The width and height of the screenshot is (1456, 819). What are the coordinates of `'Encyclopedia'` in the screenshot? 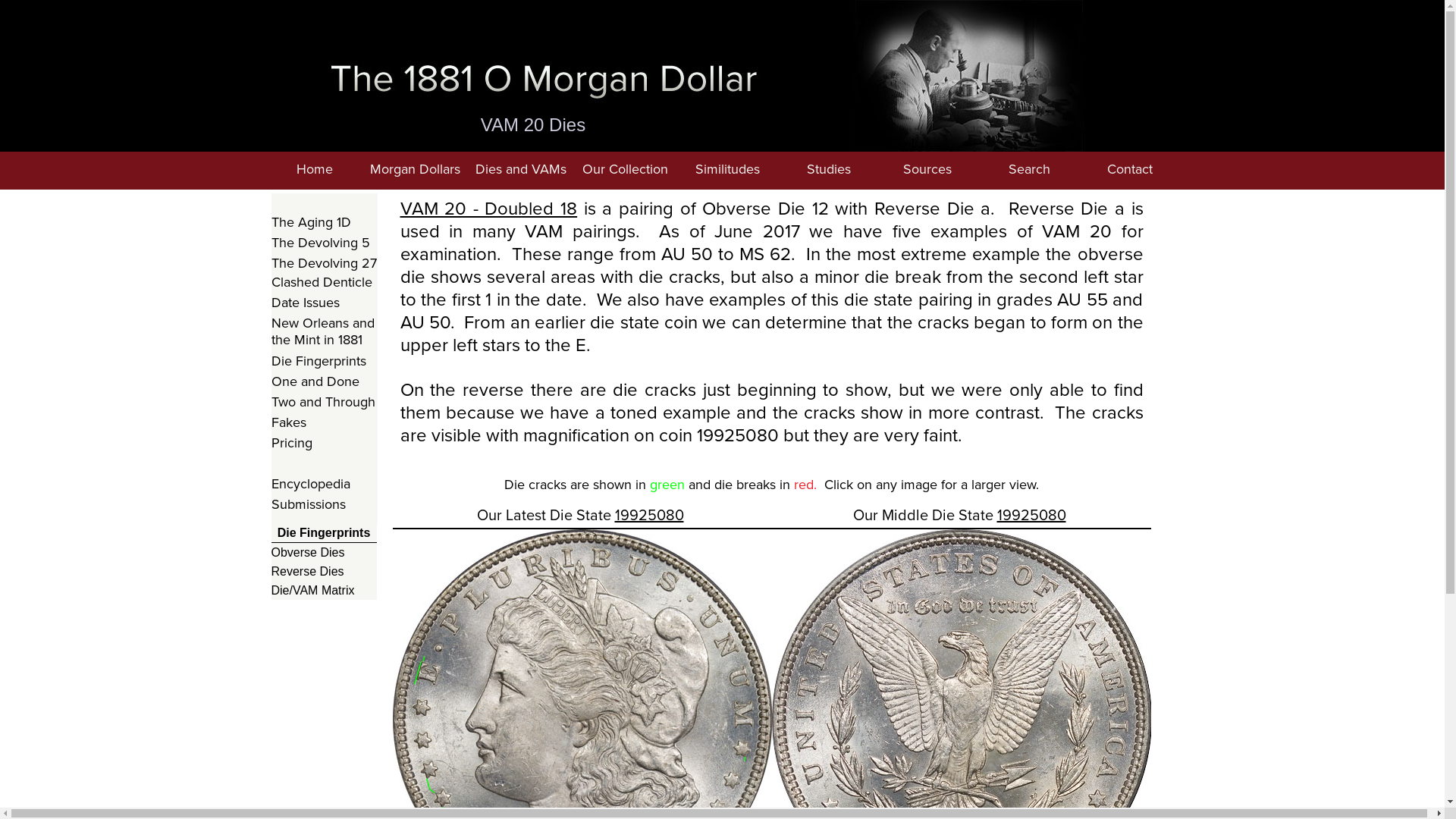 It's located at (271, 484).